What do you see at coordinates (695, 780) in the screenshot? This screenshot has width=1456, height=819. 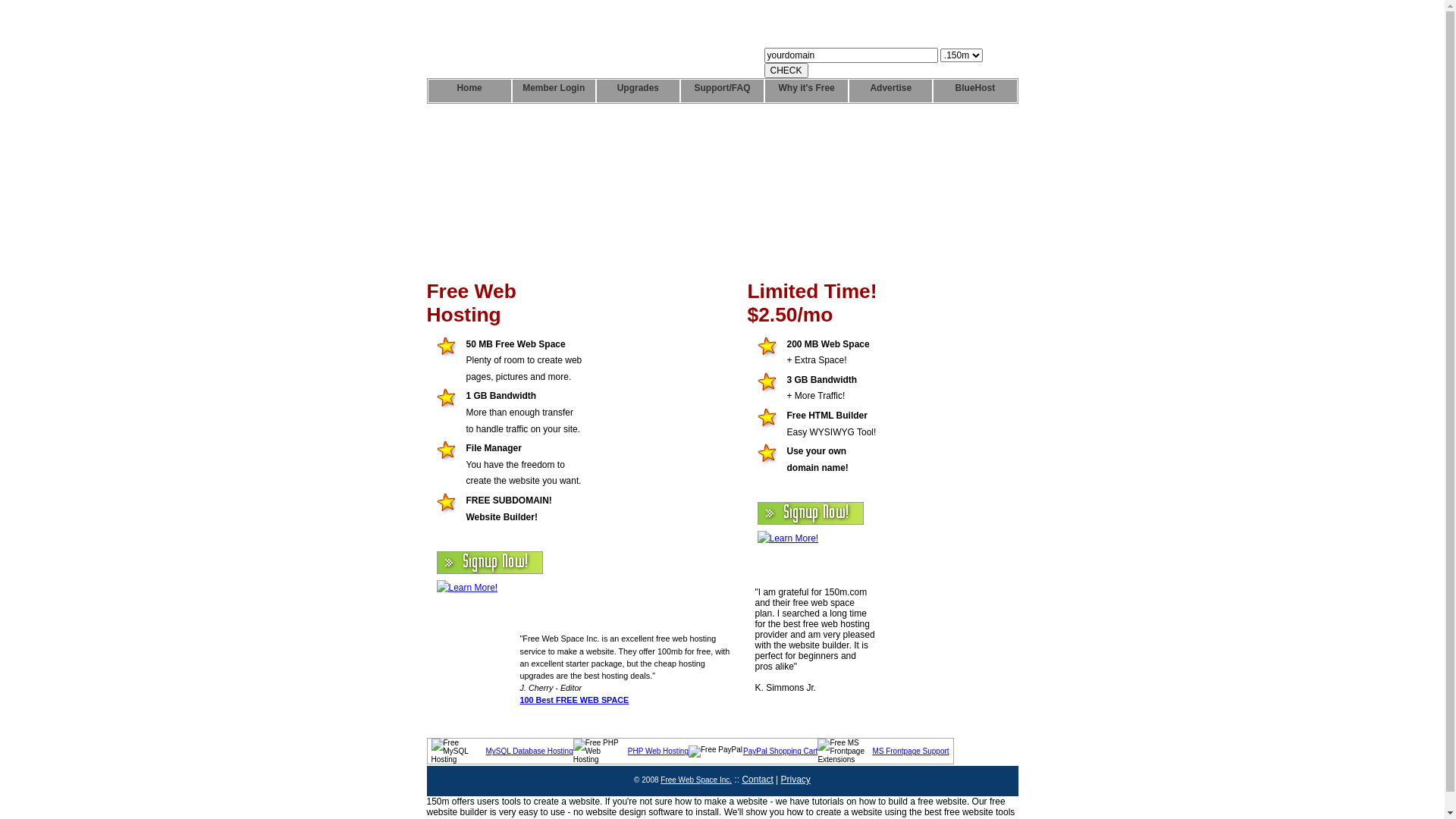 I see `'Free Web Space Inc.'` at bounding box center [695, 780].